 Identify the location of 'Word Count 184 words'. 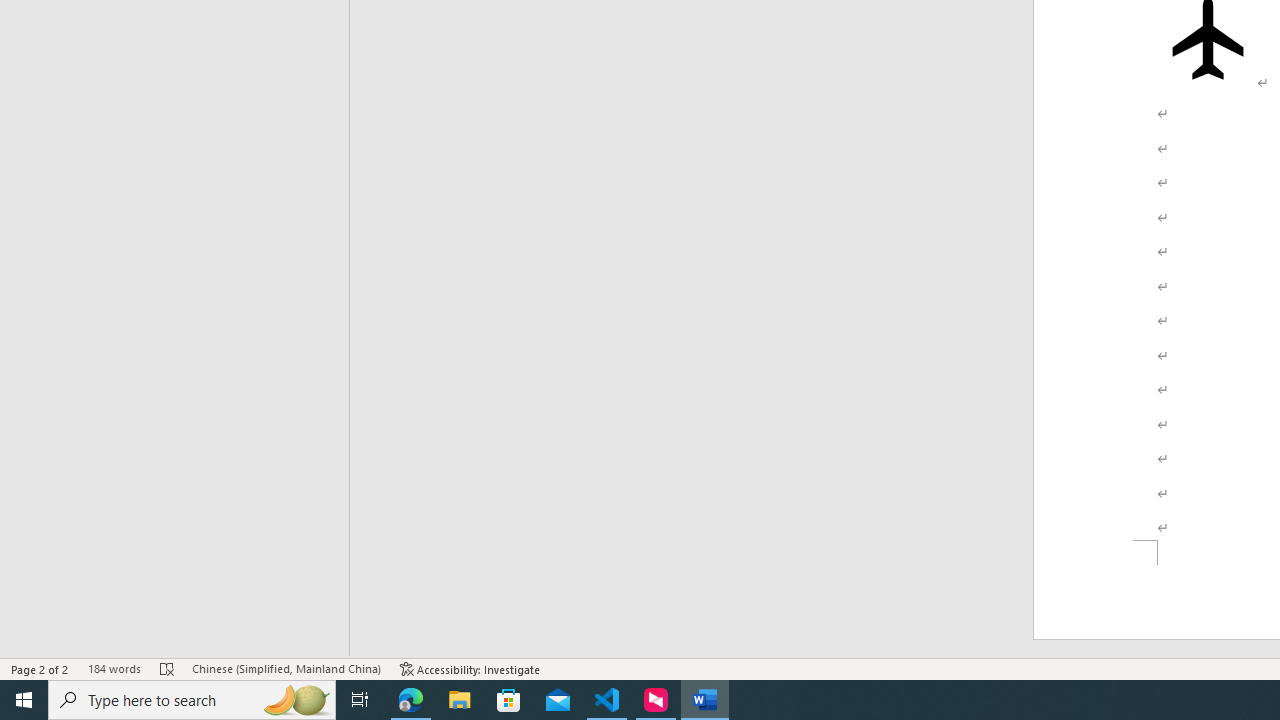
(112, 669).